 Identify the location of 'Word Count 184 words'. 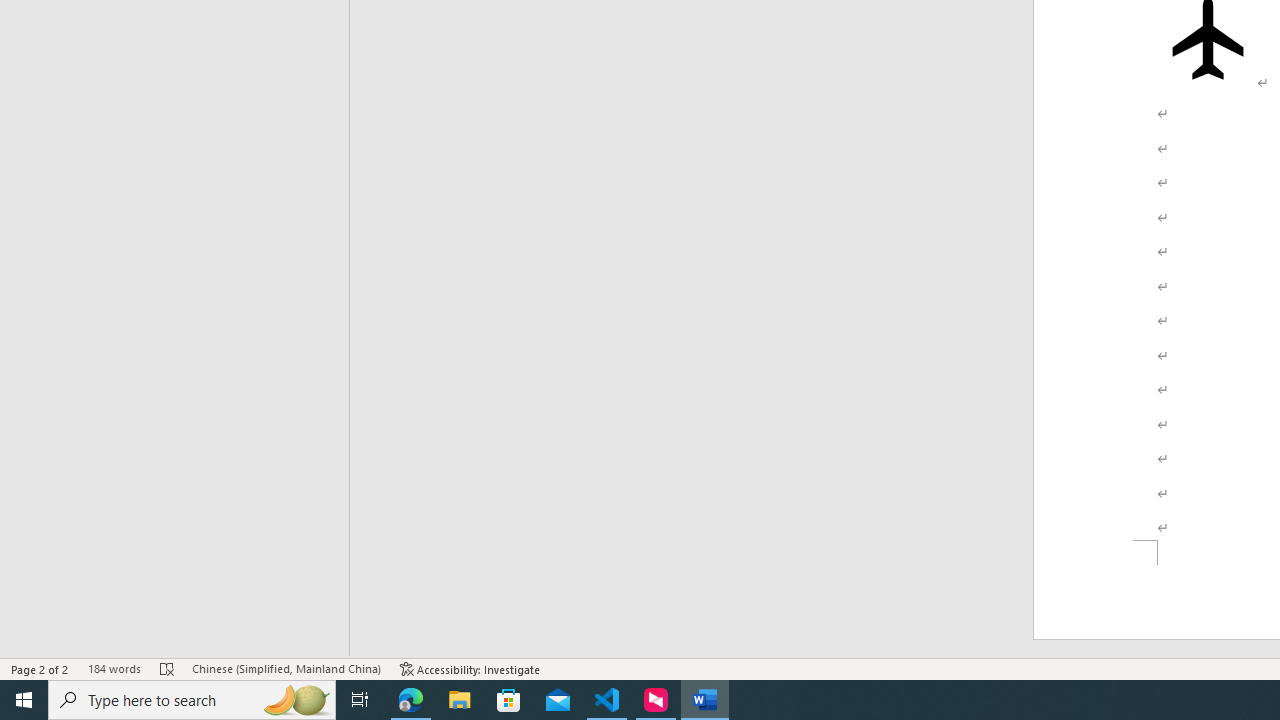
(112, 669).